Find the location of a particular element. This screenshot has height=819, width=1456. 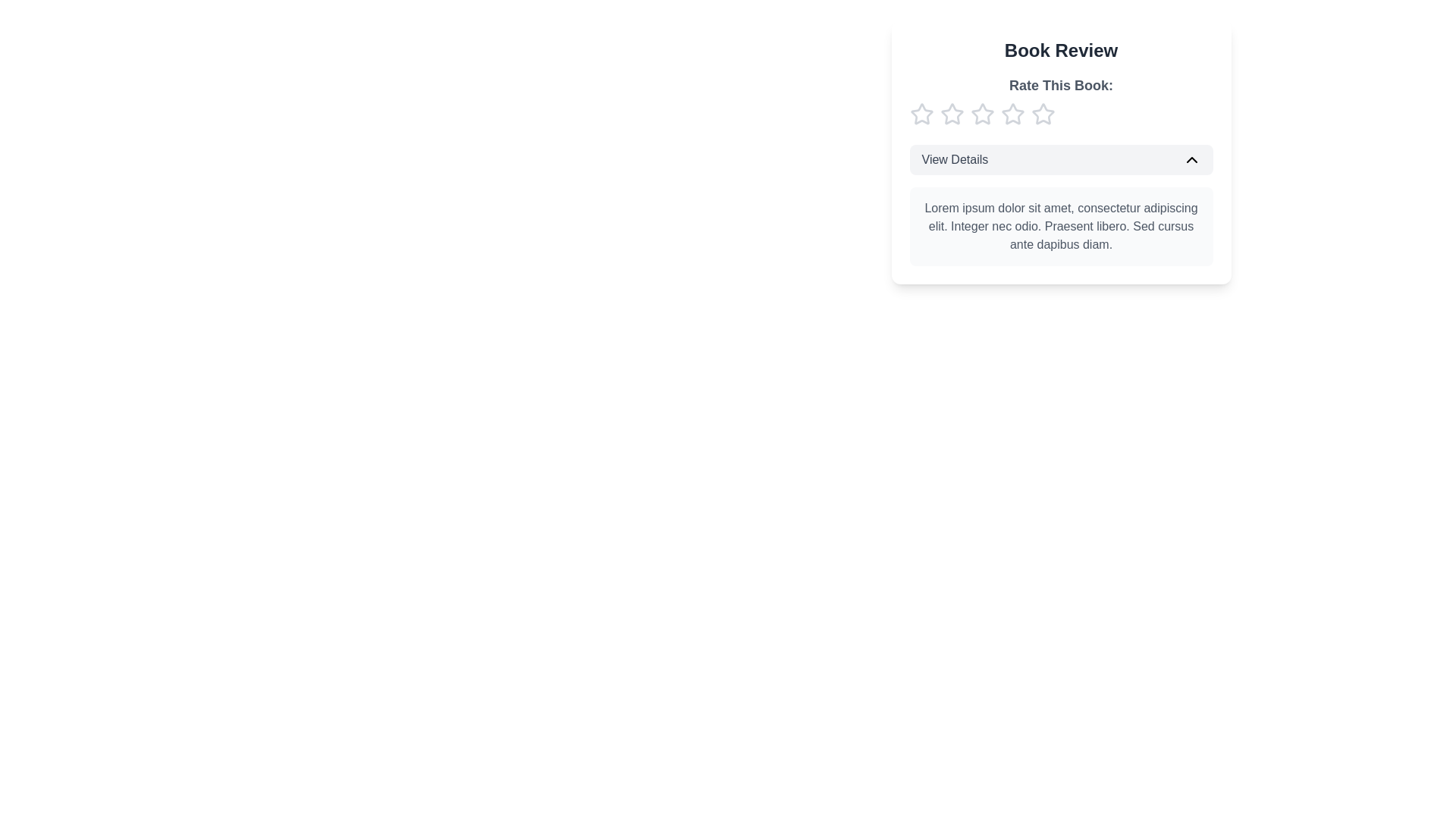

the first star icon for rating located under the subtitle 'Rate This Book:' is located at coordinates (951, 113).